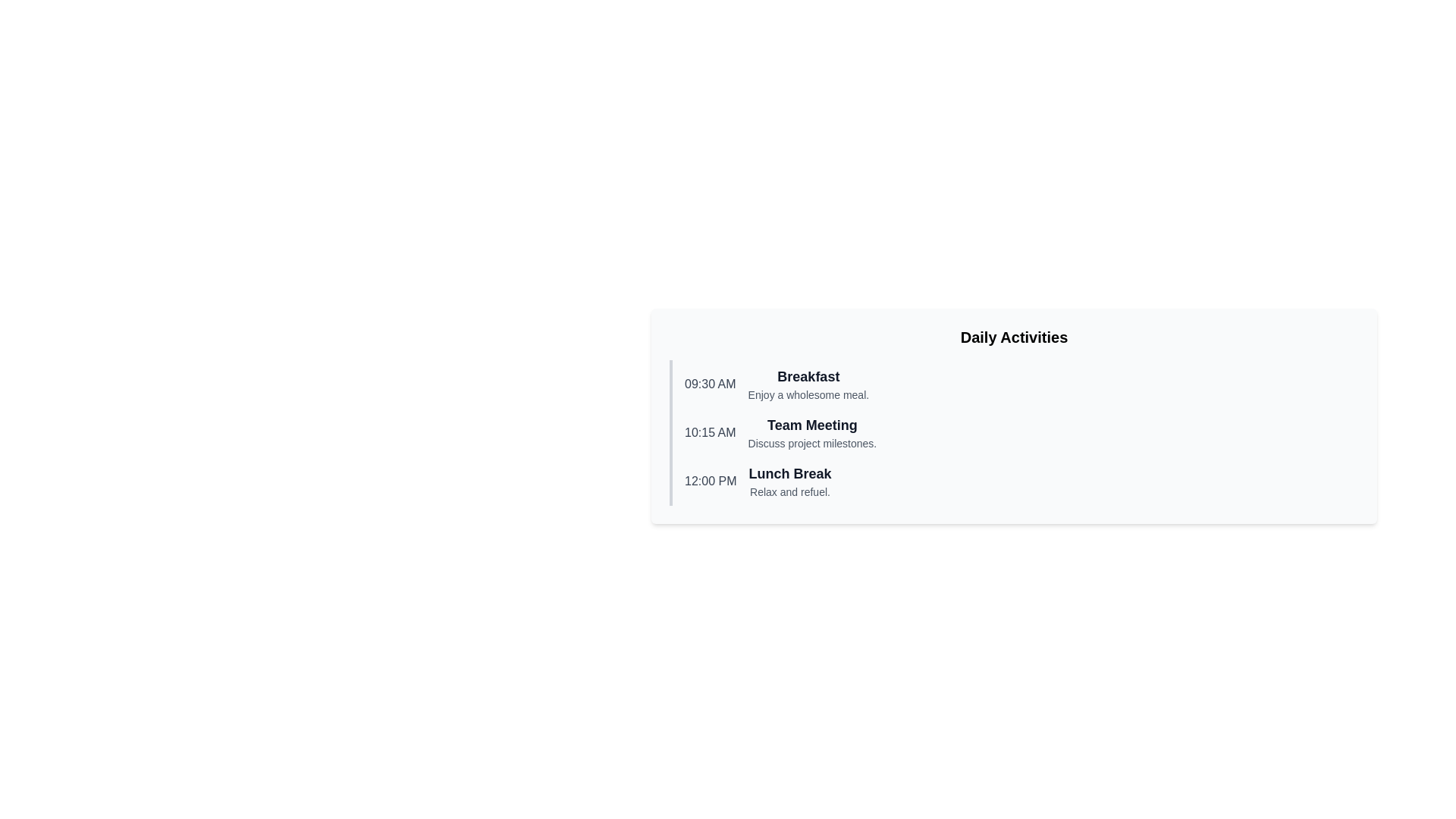 Image resolution: width=1456 pixels, height=819 pixels. I want to click on the timestamp text label displaying '10:15 AM', which is styled in gray and positioned to the left of the 'Team Meeting' description, so click(709, 432).